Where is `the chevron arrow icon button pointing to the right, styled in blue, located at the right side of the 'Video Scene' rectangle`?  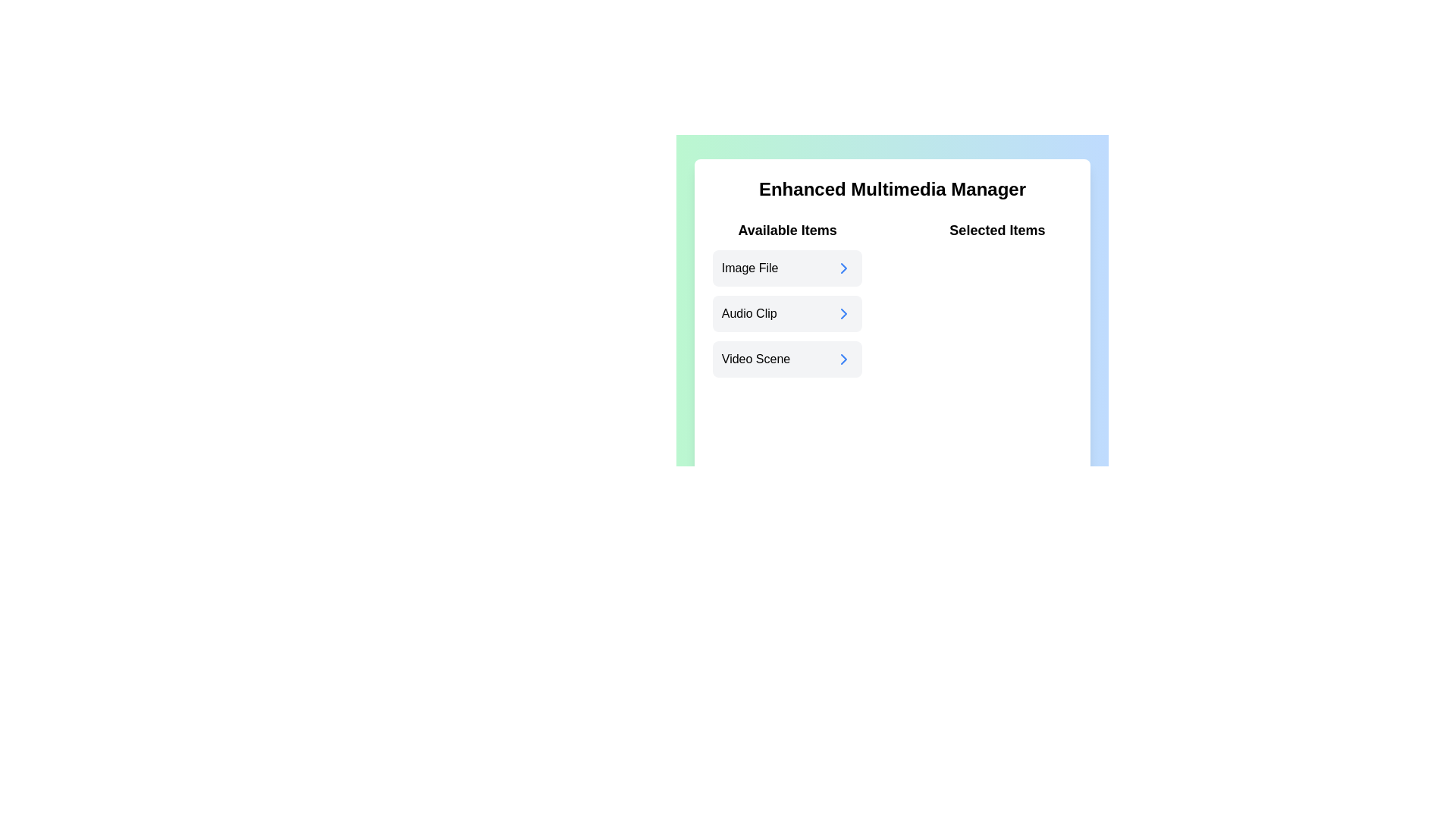
the chevron arrow icon button pointing to the right, styled in blue, located at the right side of the 'Video Scene' rectangle is located at coordinates (843, 359).